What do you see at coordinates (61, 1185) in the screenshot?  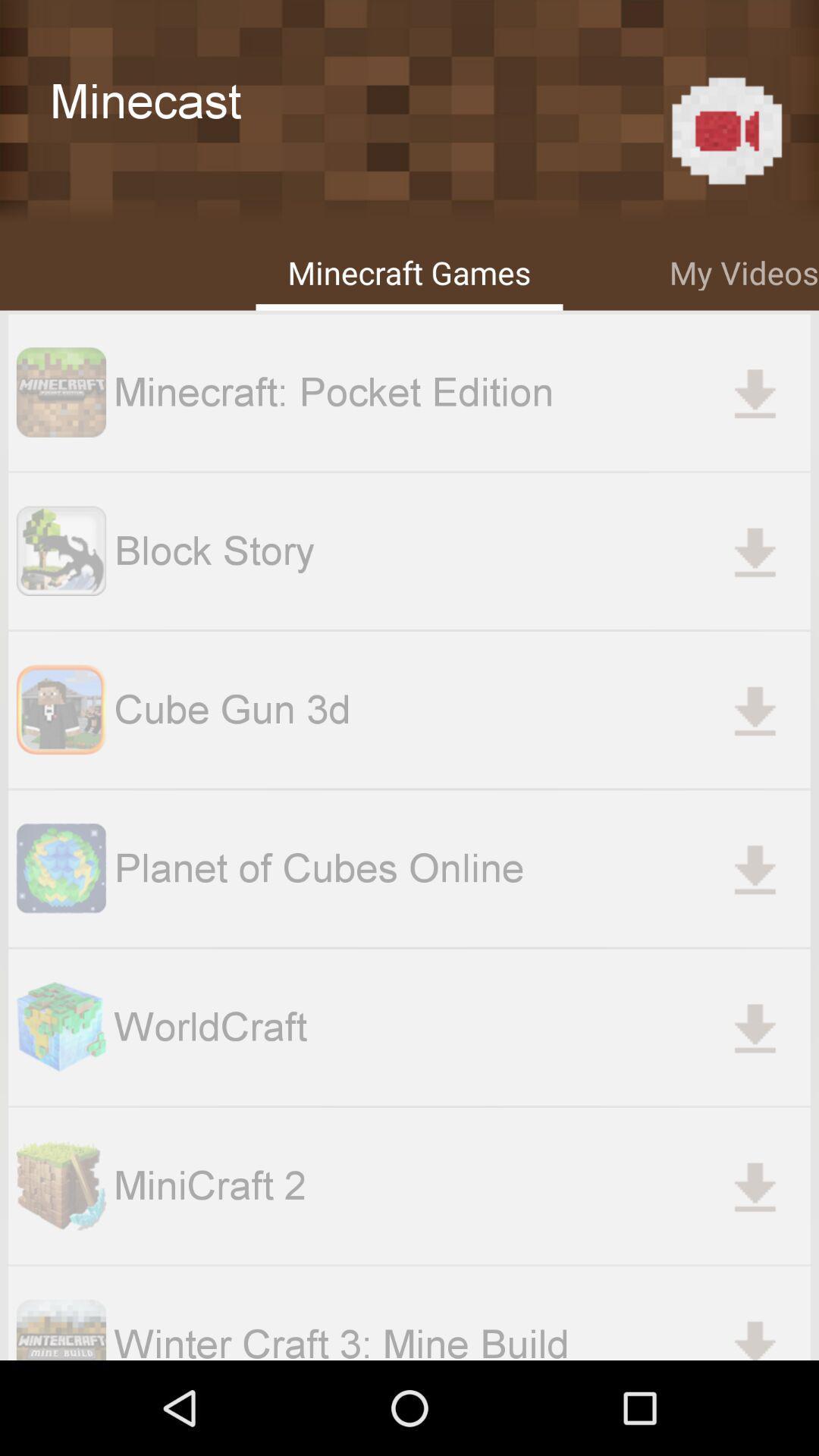 I see `image to the left of minicraft 2` at bounding box center [61, 1185].